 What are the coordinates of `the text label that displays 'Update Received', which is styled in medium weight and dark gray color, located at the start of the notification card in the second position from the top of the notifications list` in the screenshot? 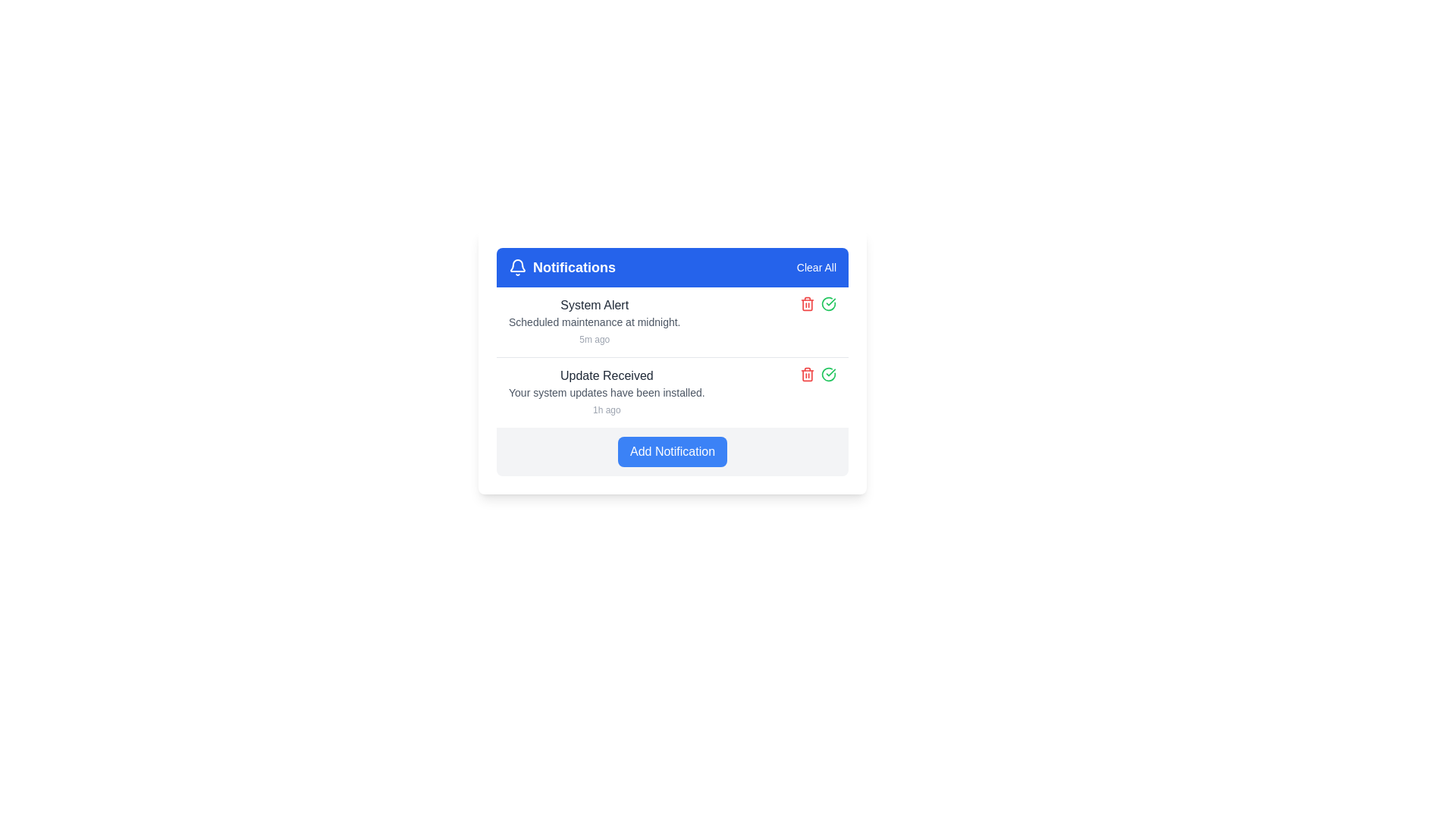 It's located at (607, 375).